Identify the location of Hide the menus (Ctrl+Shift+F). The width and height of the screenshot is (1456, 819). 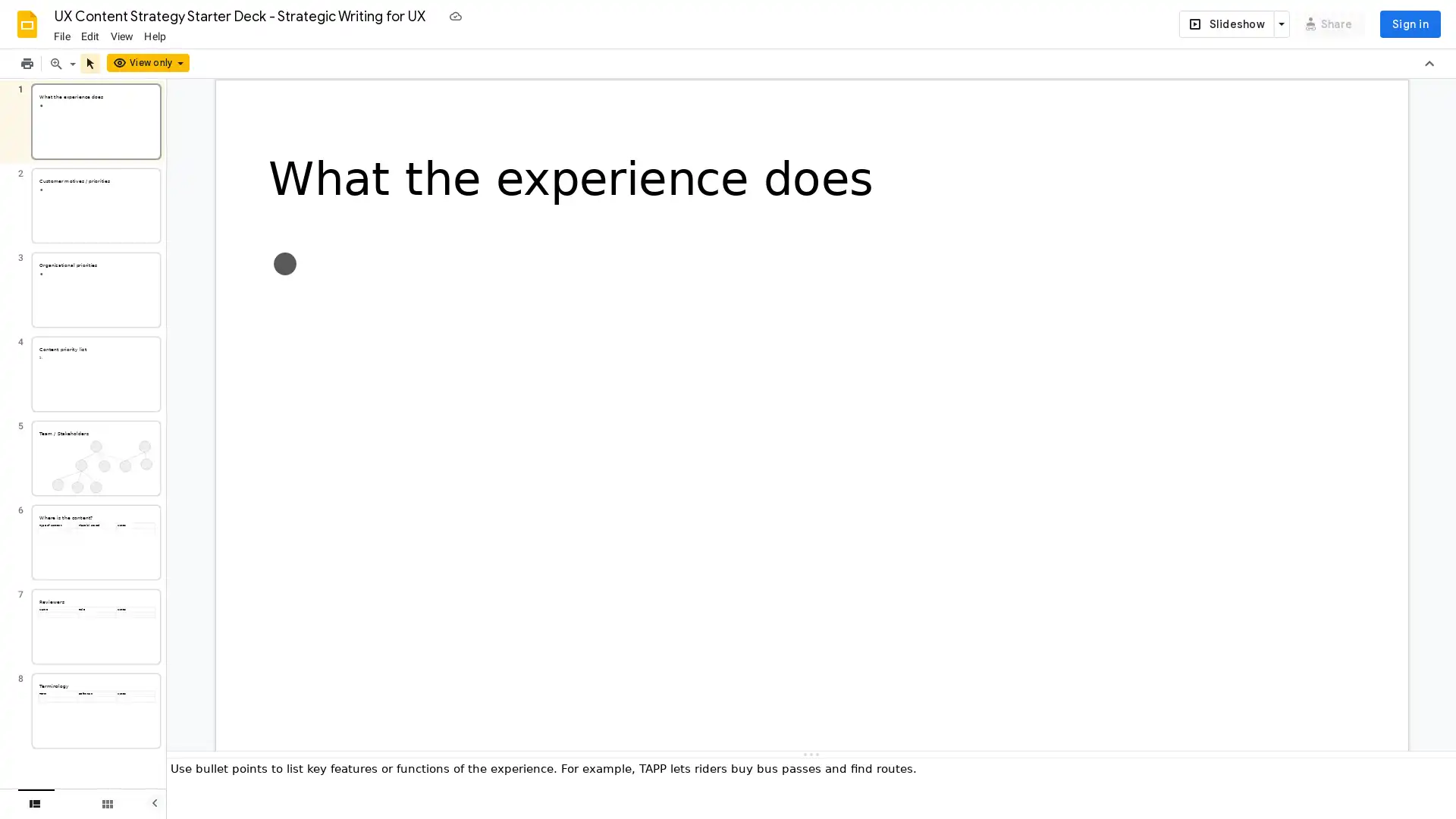
(1429, 63).